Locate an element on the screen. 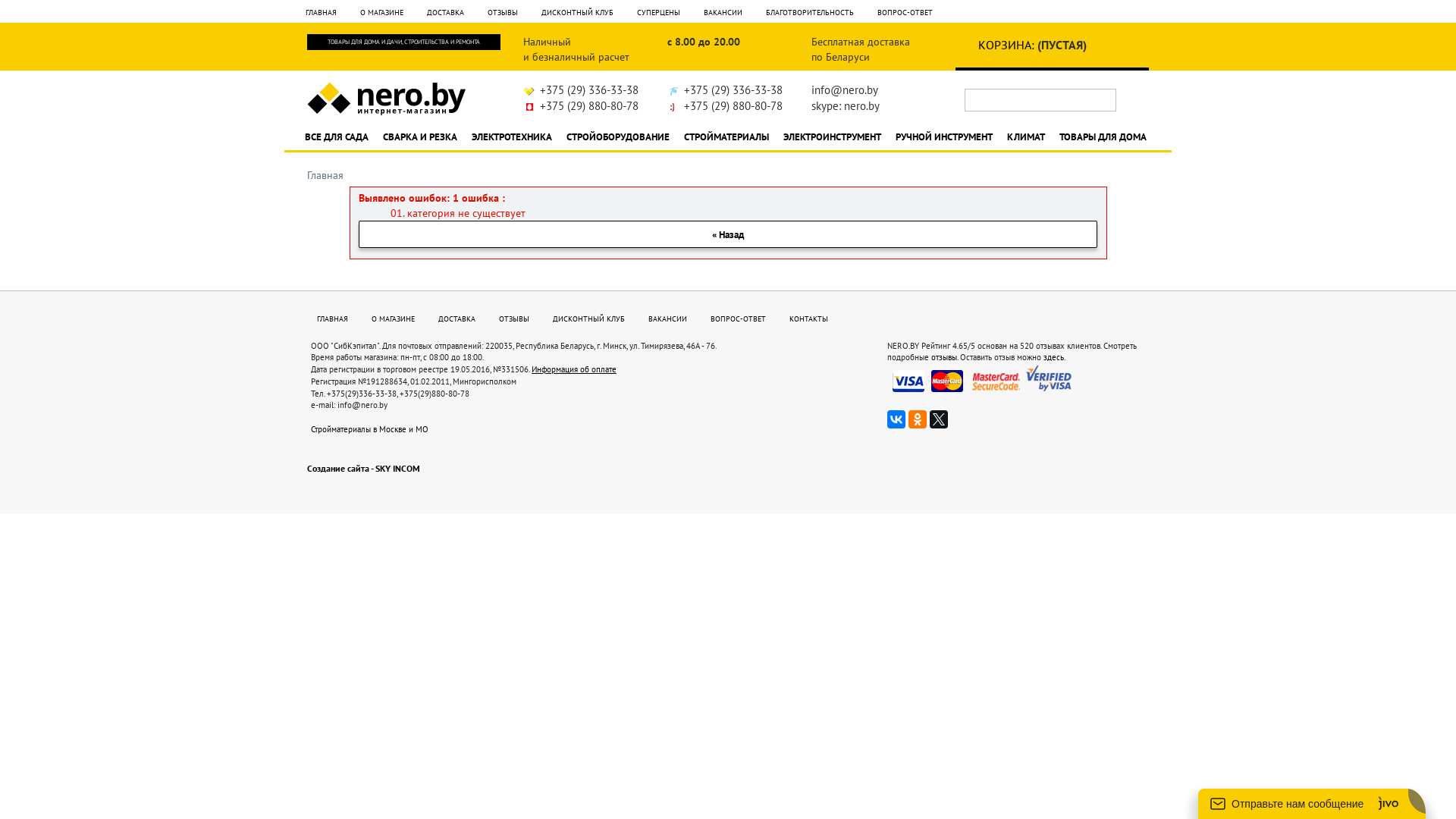 This screenshot has width=1456, height=819. 'Twitter' is located at coordinates (938, 419).